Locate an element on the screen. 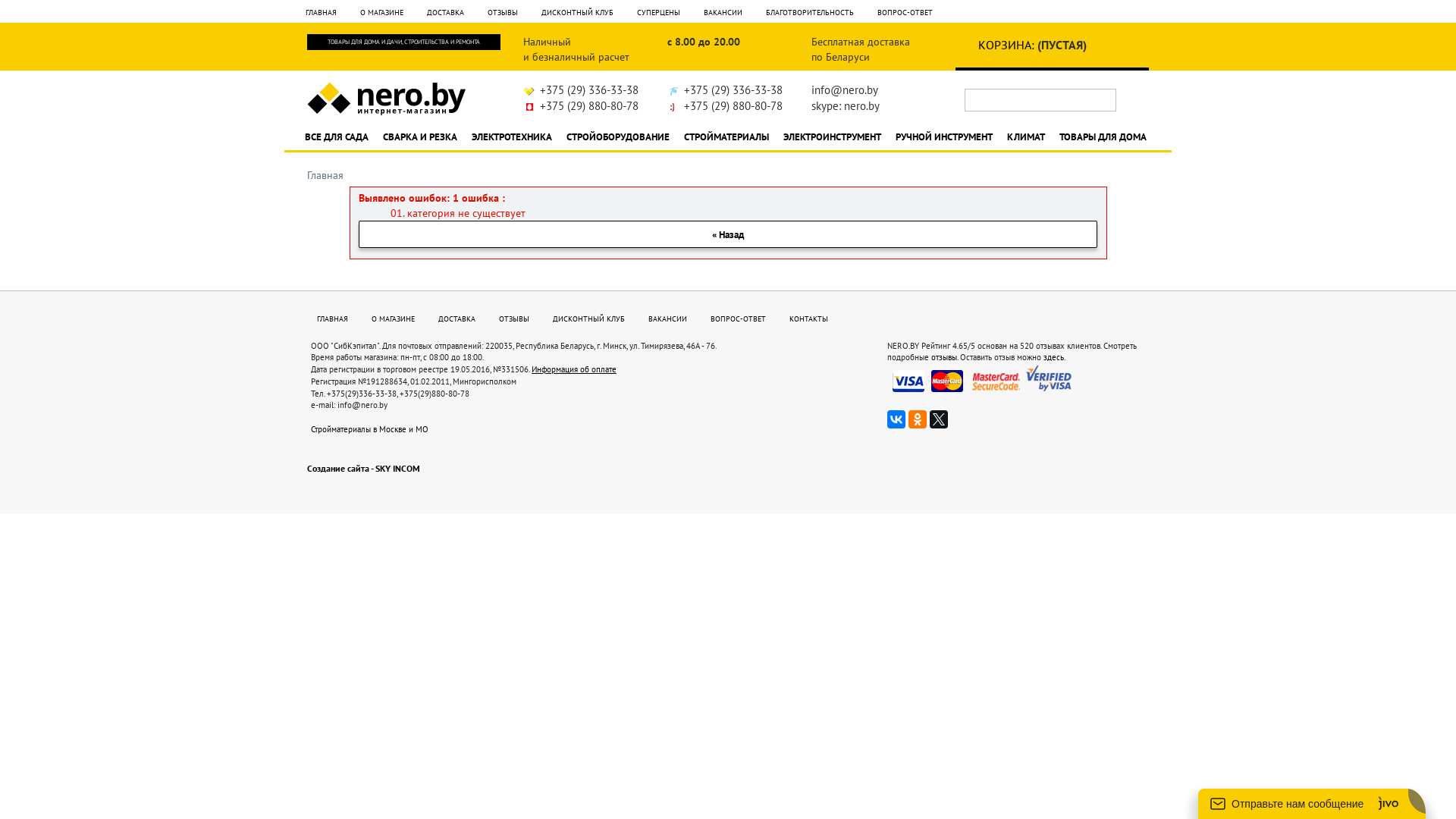 This screenshot has width=1456, height=819. 'Twitter' is located at coordinates (938, 419).